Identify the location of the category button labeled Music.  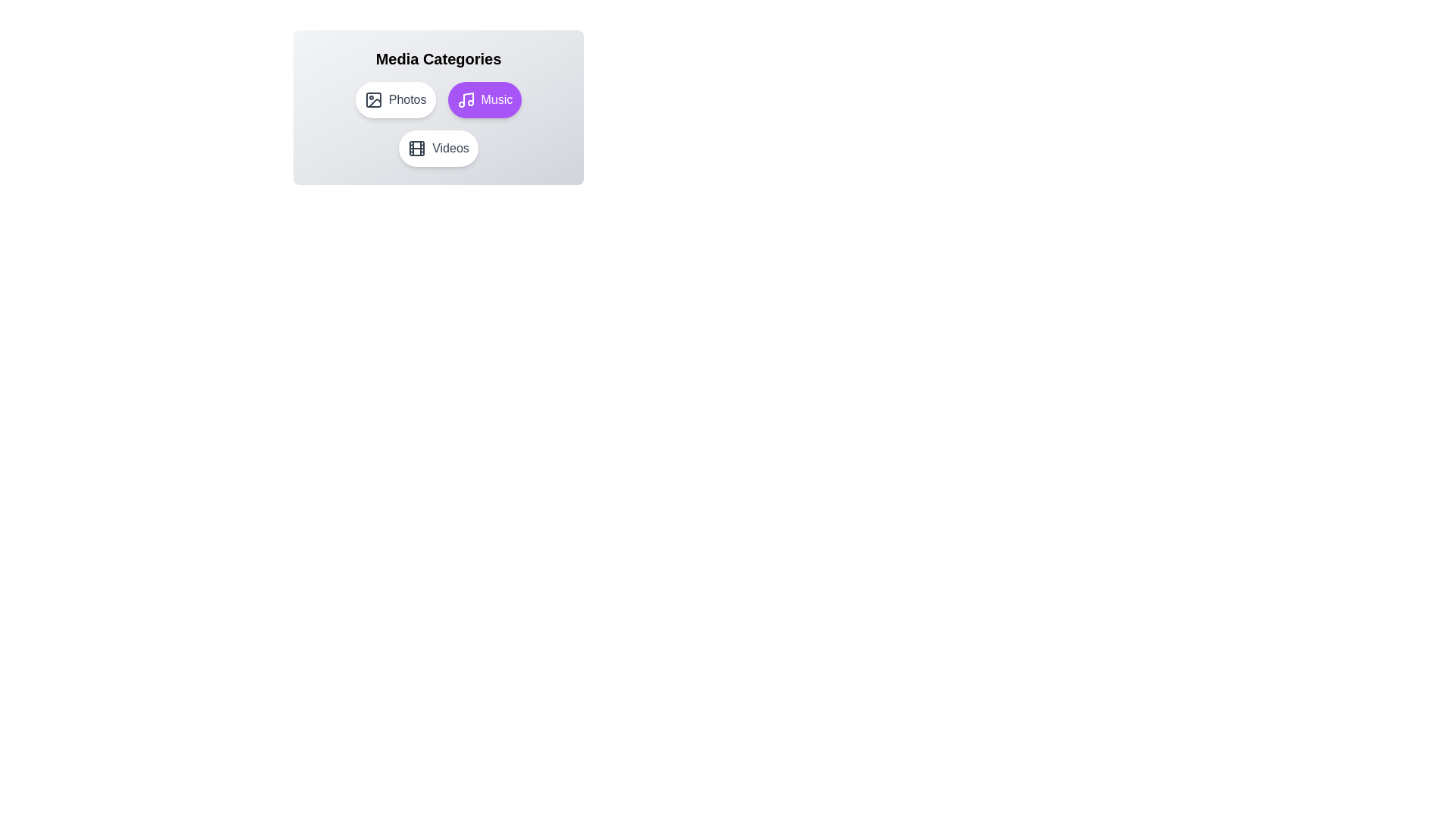
(484, 99).